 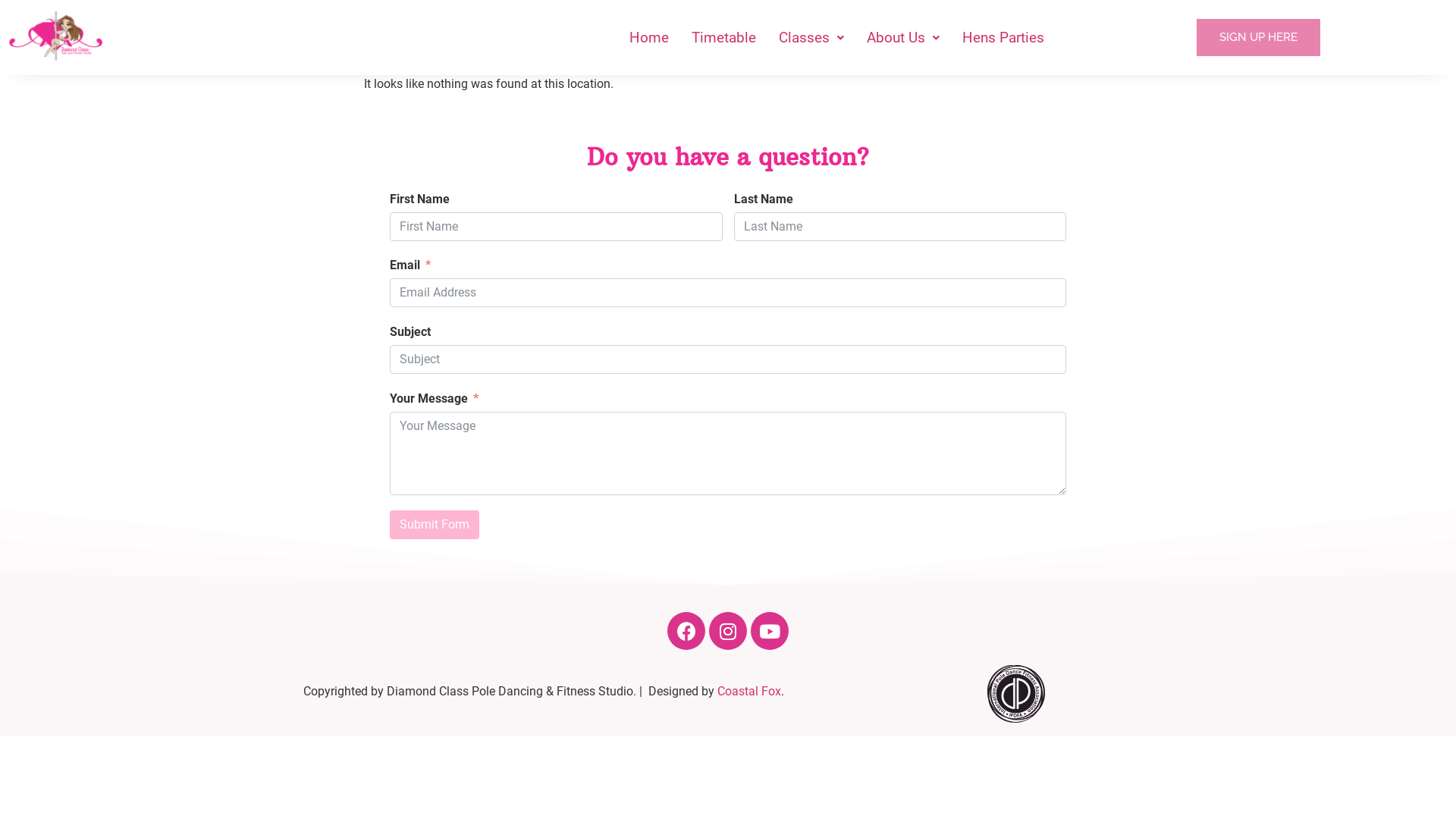 I want to click on 'Timetable', so click(x=723, y=36).